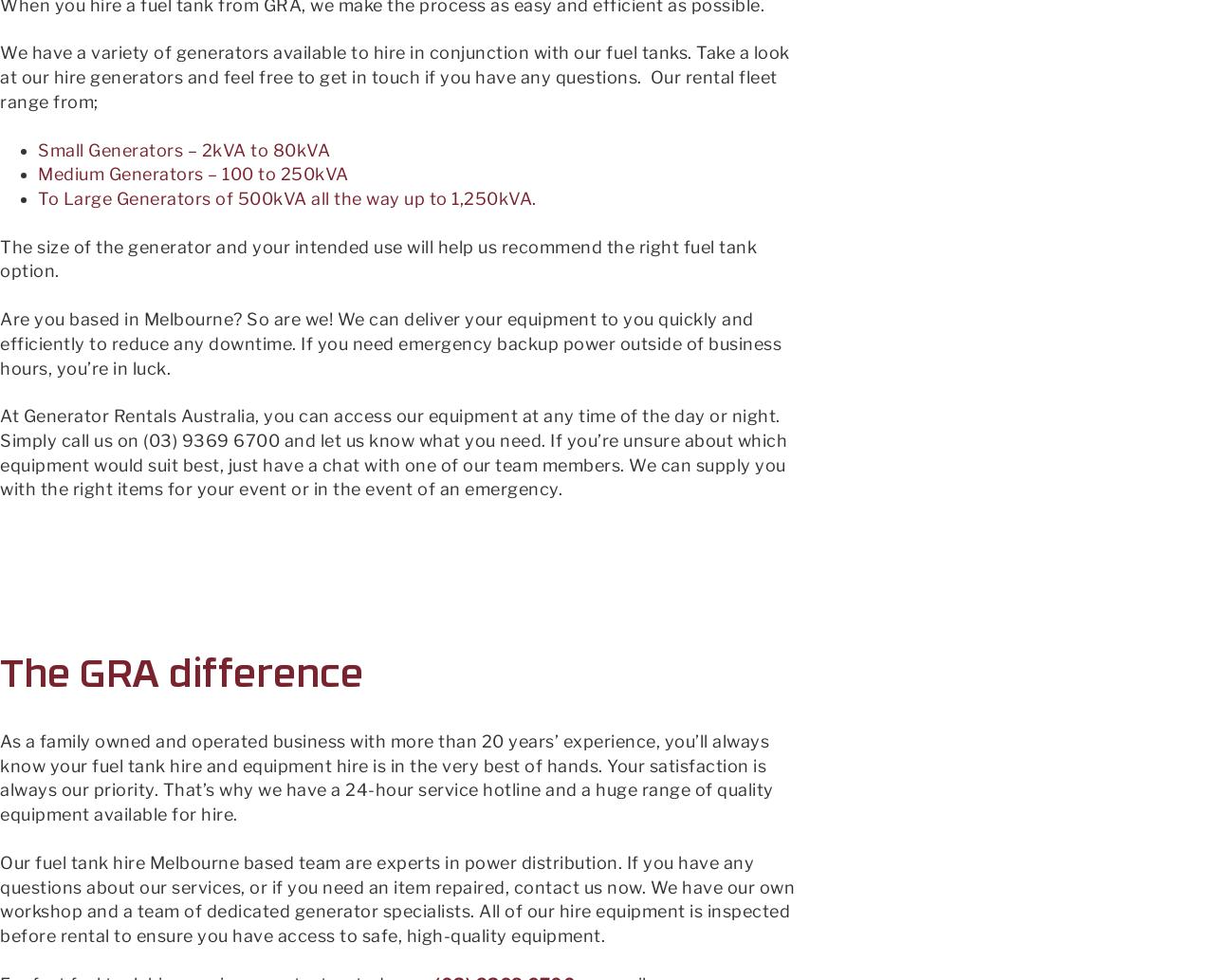 The image size is (1214, 980). I want to click on 'To Large Generators of 500kVA all the way up to 1,250kVA.', so click(37, 197).